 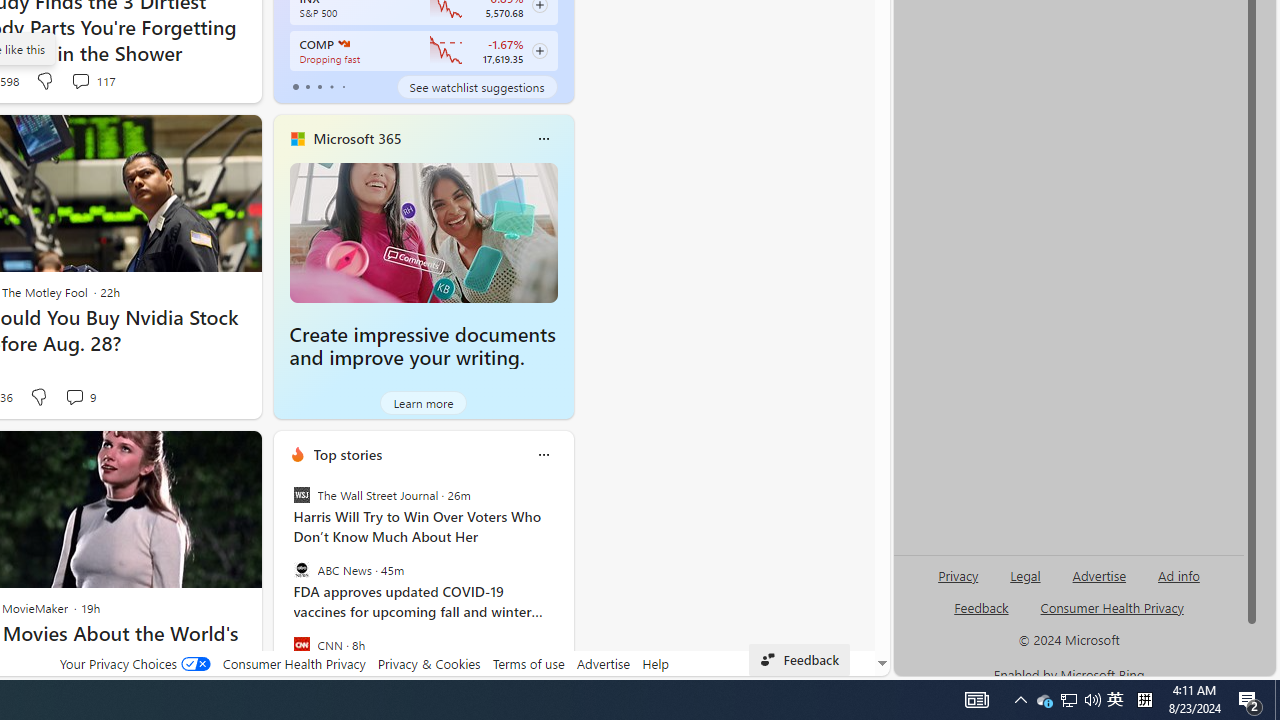 I want to click on 'View comments 117 Comment', so click(x=80, y=80).